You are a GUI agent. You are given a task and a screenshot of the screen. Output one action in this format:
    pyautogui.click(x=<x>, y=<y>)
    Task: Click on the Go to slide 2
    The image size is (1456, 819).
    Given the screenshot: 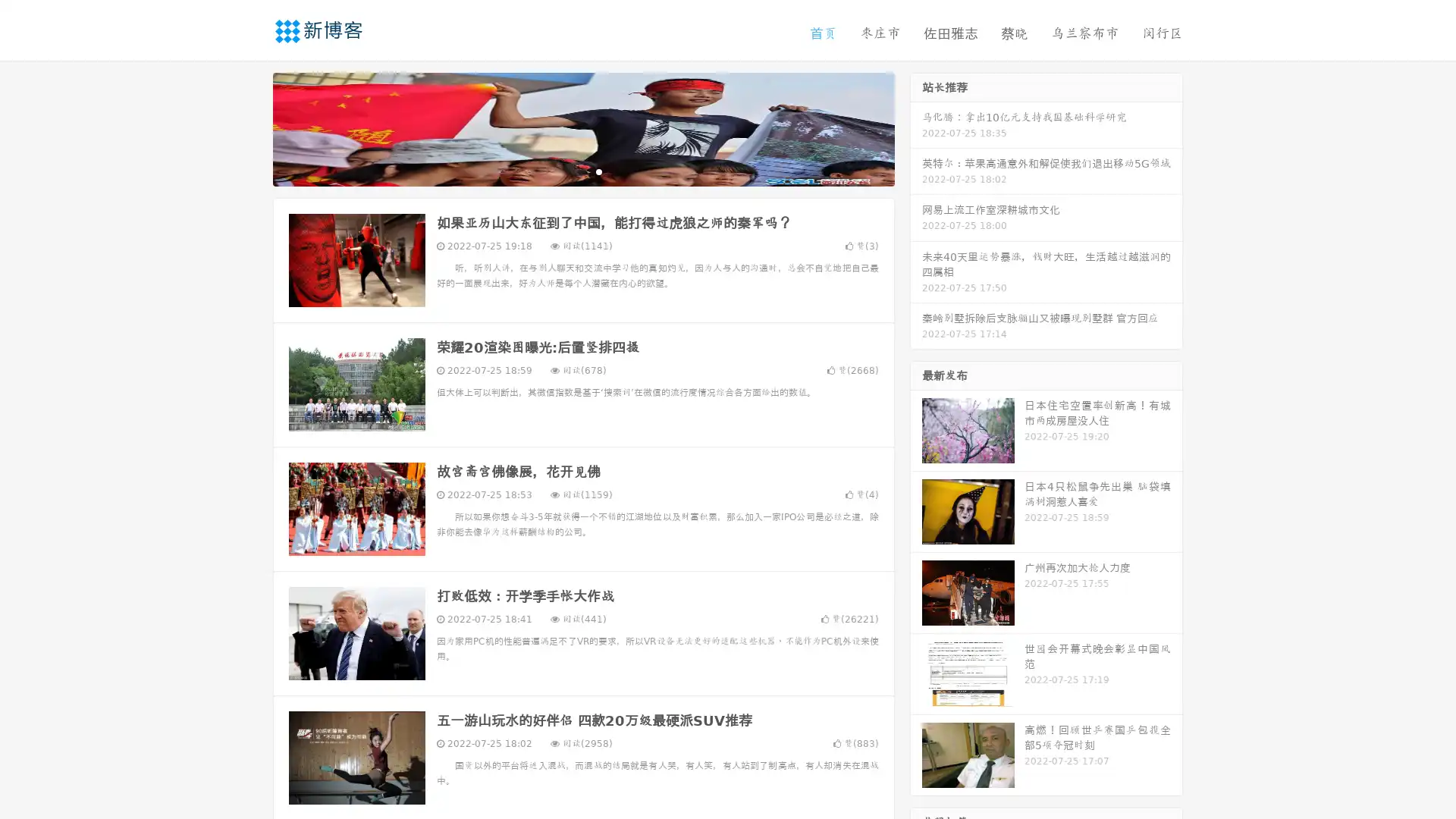 What is the action you would take?
    pyautogui.click(x=582, y=171)
    